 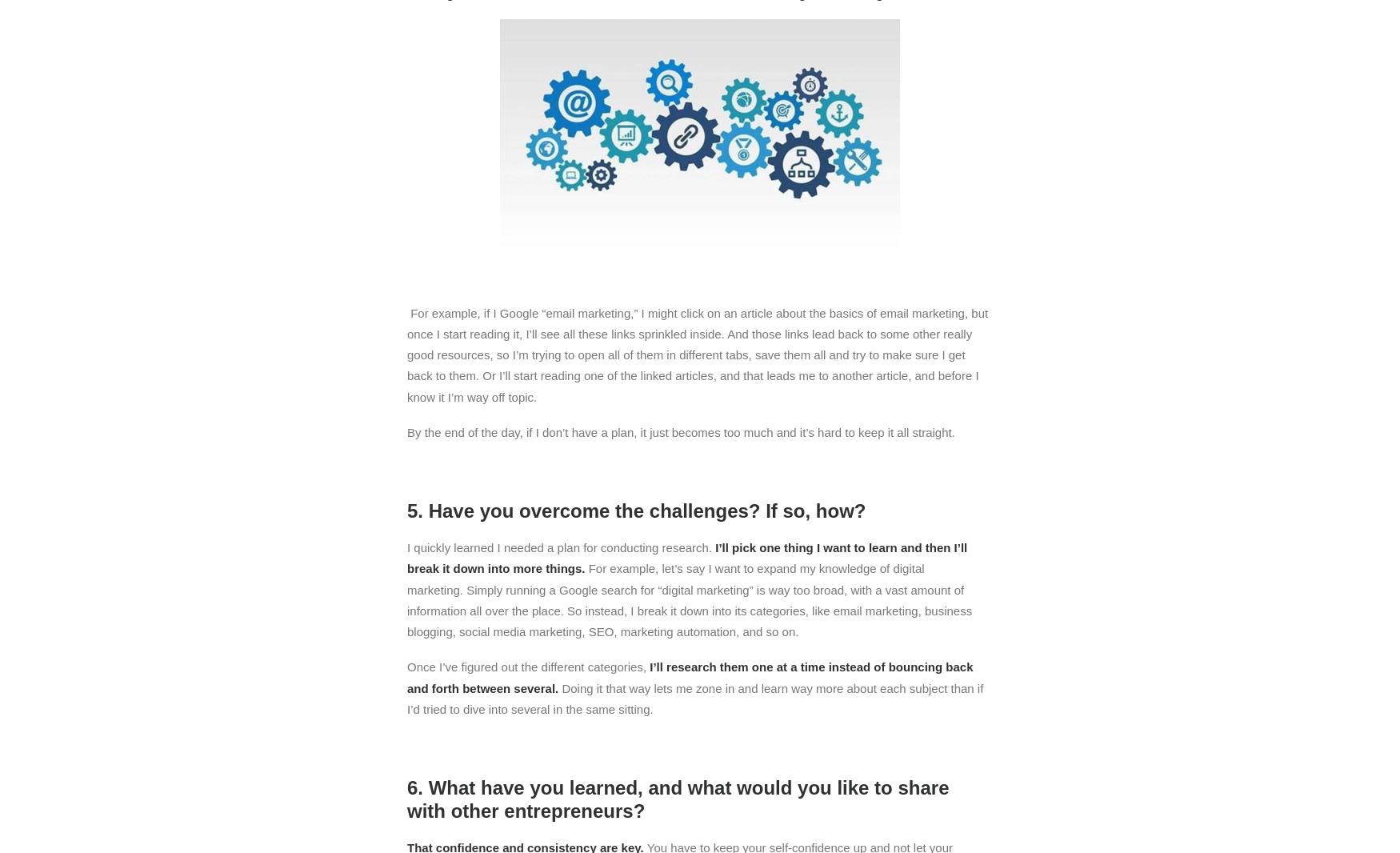 I want to click on 'I quickly learned I needed a plan for conducting research.', so click(x=561, y=547).